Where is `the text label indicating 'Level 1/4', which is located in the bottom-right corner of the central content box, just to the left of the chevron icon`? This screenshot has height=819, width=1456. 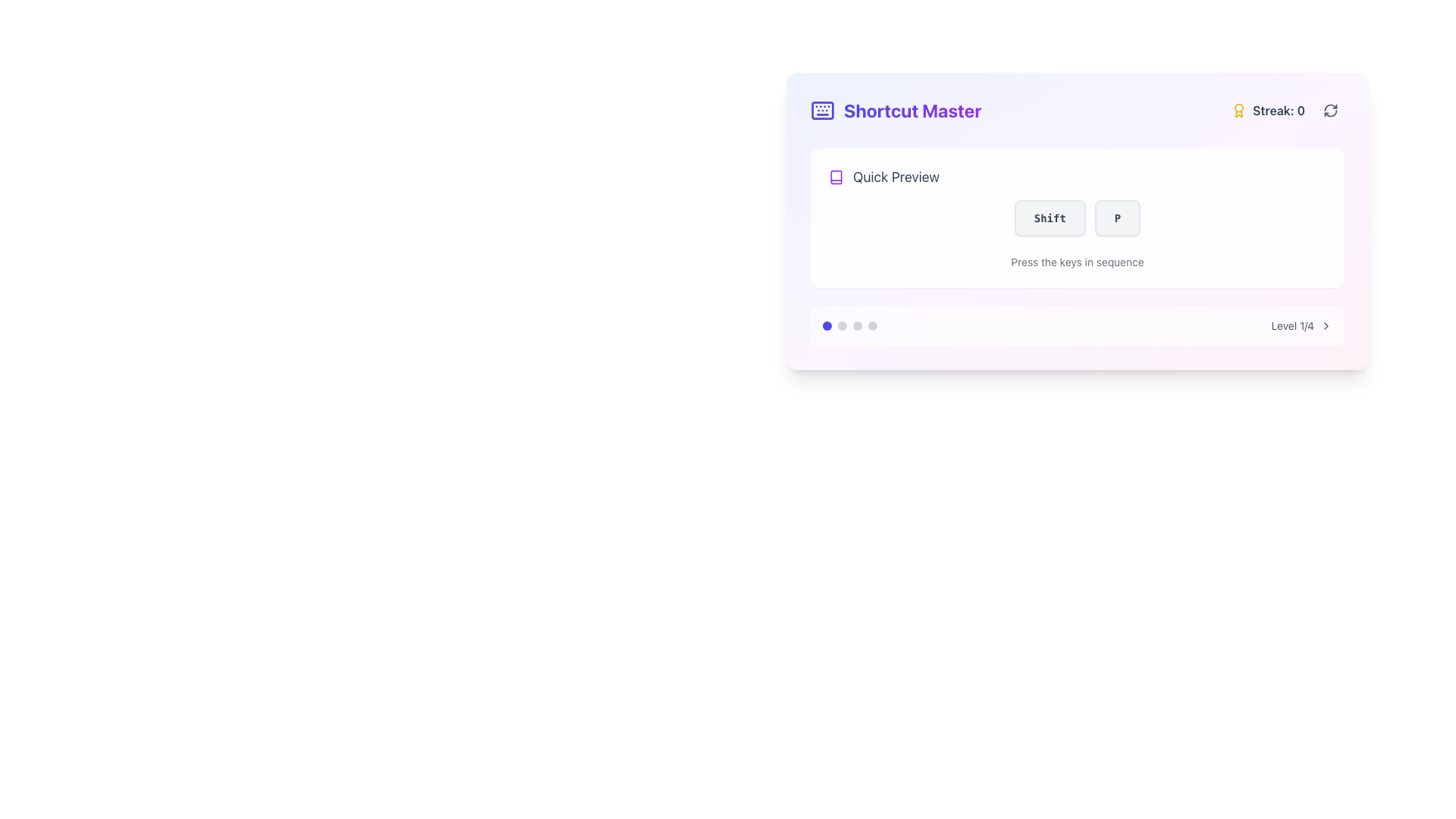
the text label indicating 'Level 1/4', which is located in the bottom-right corner of the central content box, just to the left of the chevron icon is located at coordinates (1291, 325).